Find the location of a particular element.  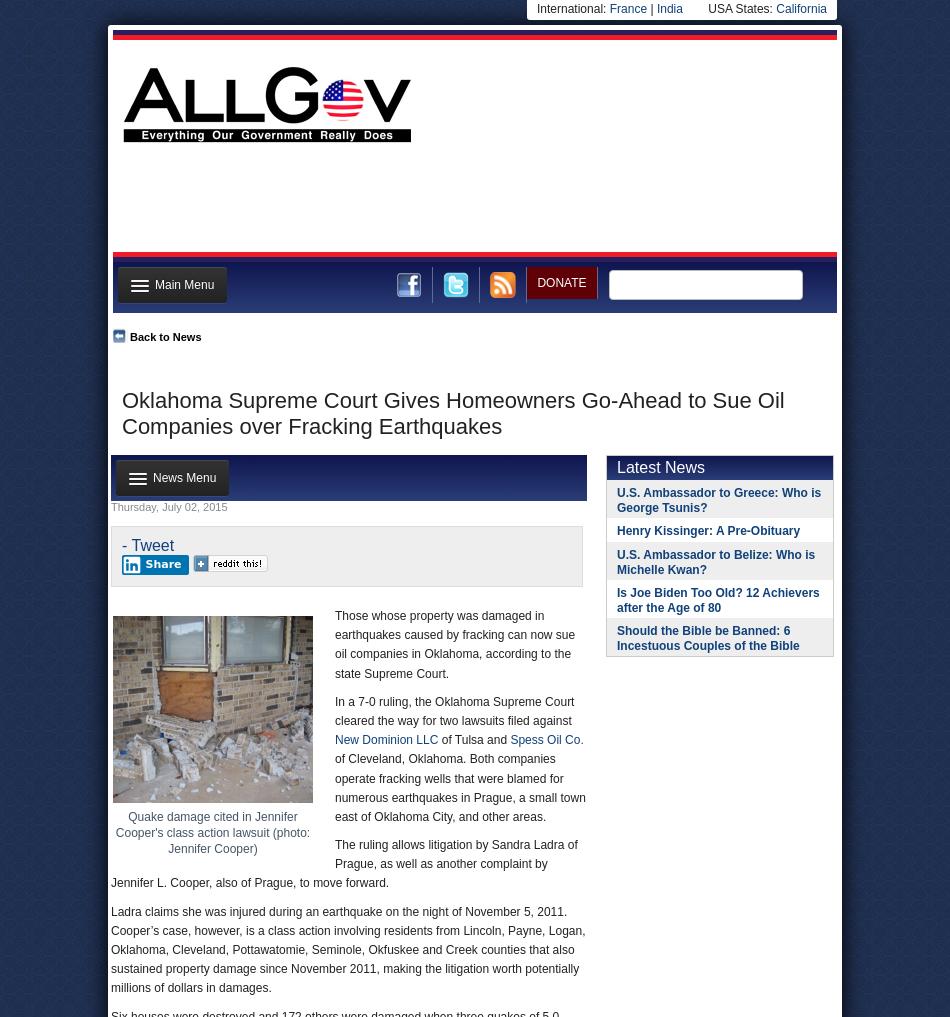

'Quake damage cited in Jennifer Cooper's class action lawsuit (photo: Jennifer Cooper)' is located at coordinates (212, 832).